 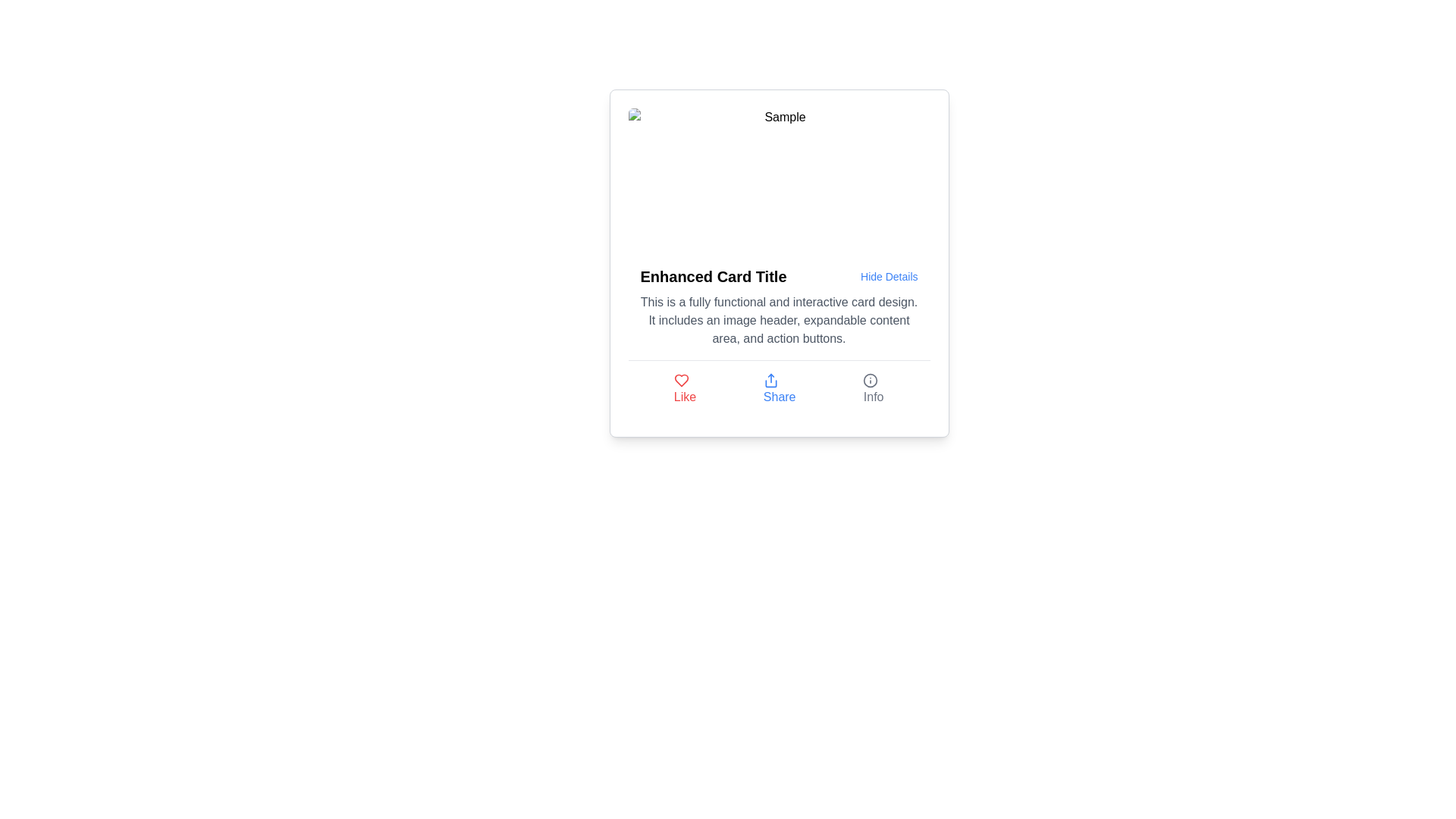 What do you see at coordinates (871, 379) in the screenshot?
I see `the central circular shape of the 'Info' icon located at the bottom-right section of the card interface` at bounding box center [871, 379].